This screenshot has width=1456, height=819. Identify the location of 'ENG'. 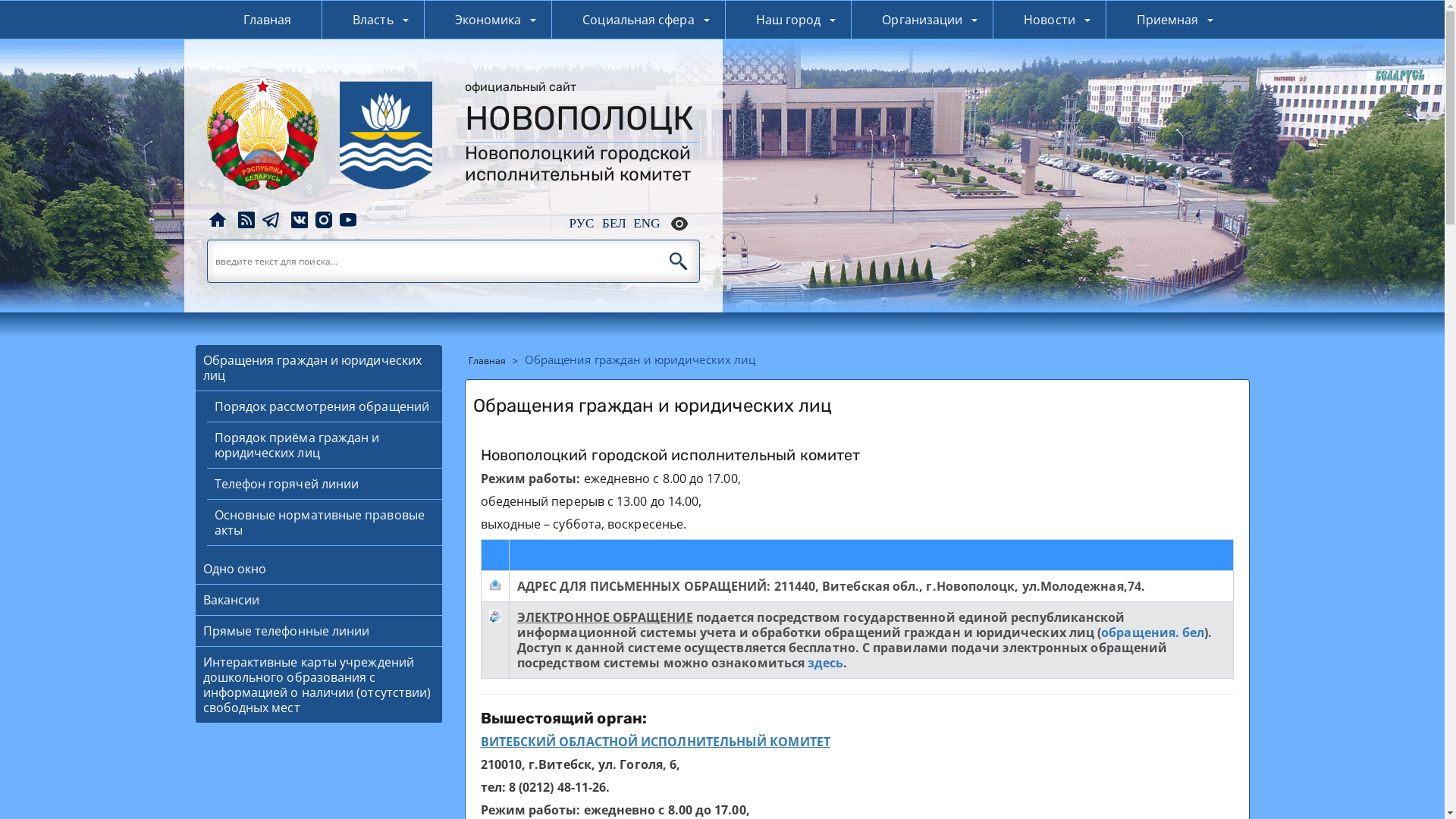
(646, 223).